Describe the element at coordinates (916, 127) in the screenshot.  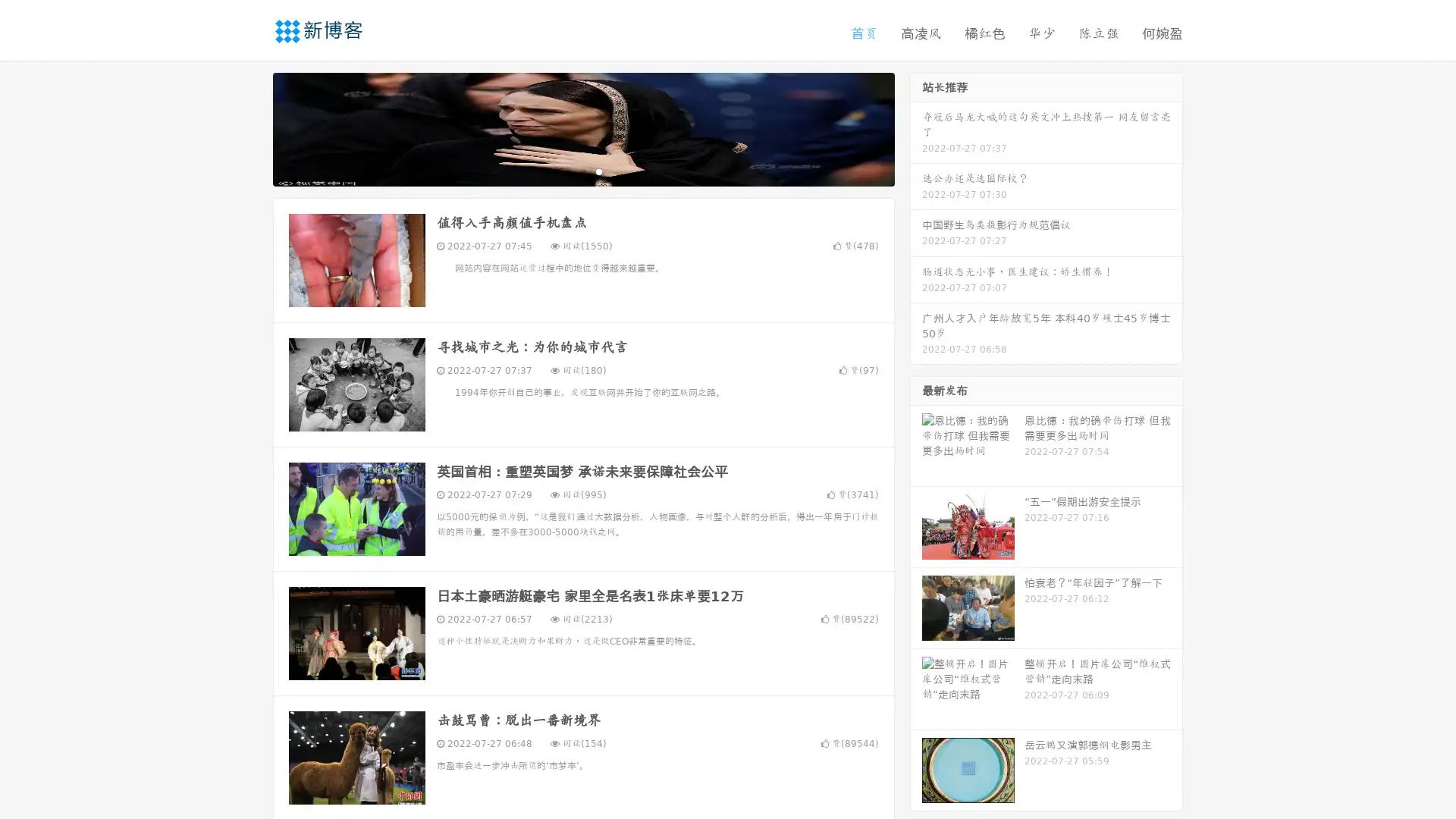
I see `Next slide` at that location.